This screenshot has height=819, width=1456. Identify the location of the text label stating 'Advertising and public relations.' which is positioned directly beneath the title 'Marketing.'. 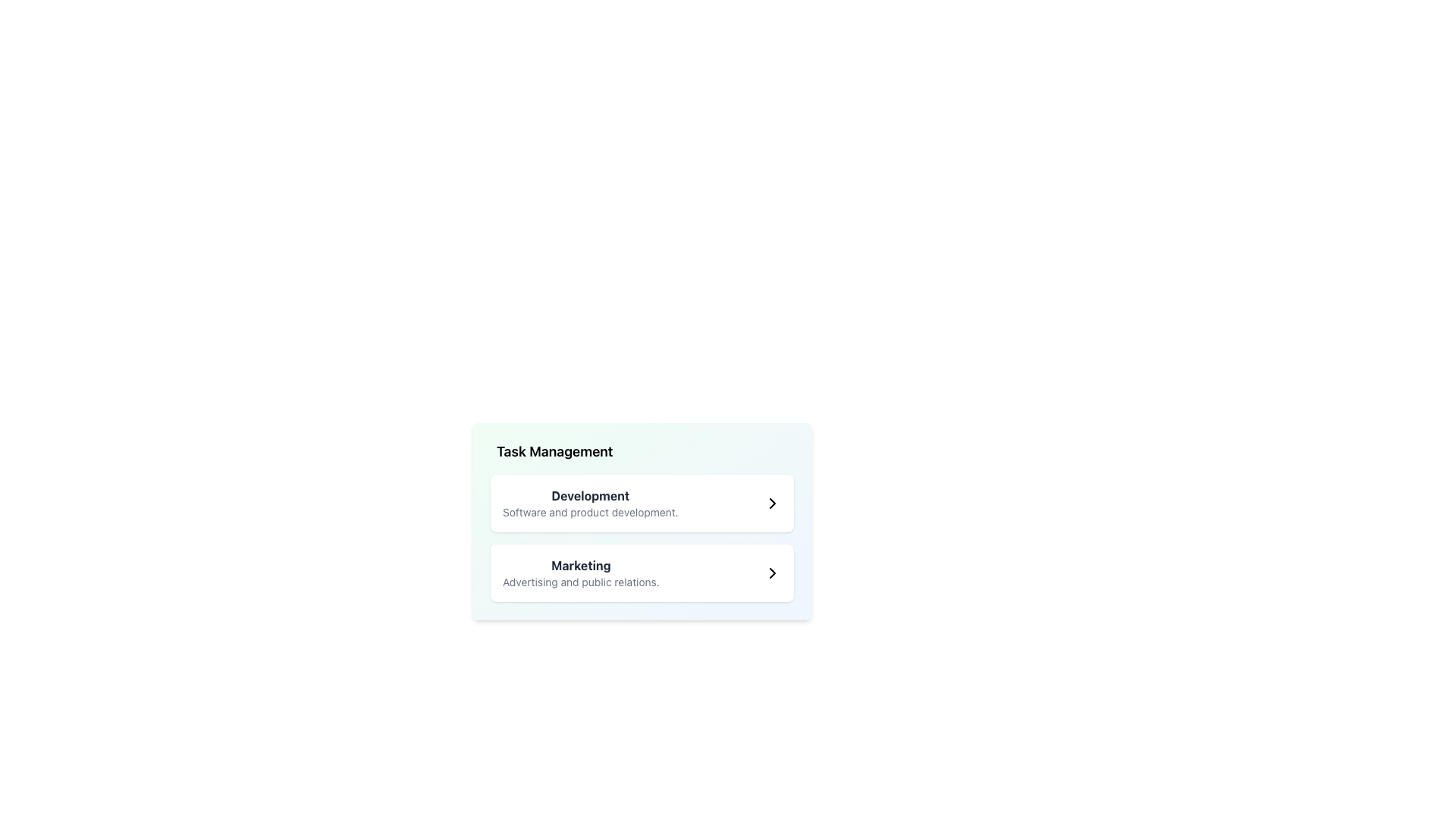
(580, 581).